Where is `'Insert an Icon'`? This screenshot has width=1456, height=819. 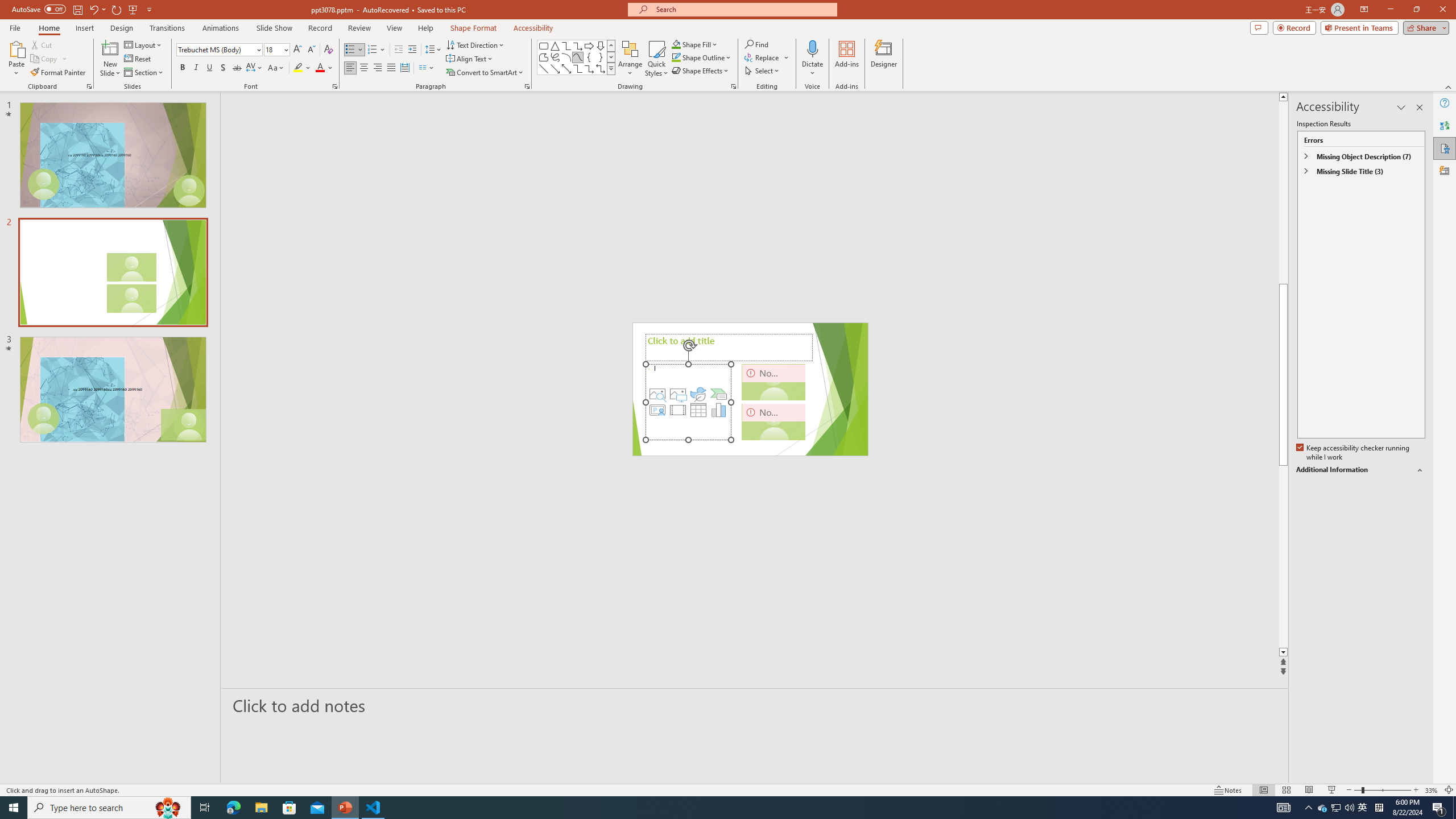 'Insert an Icon' is located at coordinates (698, 394).